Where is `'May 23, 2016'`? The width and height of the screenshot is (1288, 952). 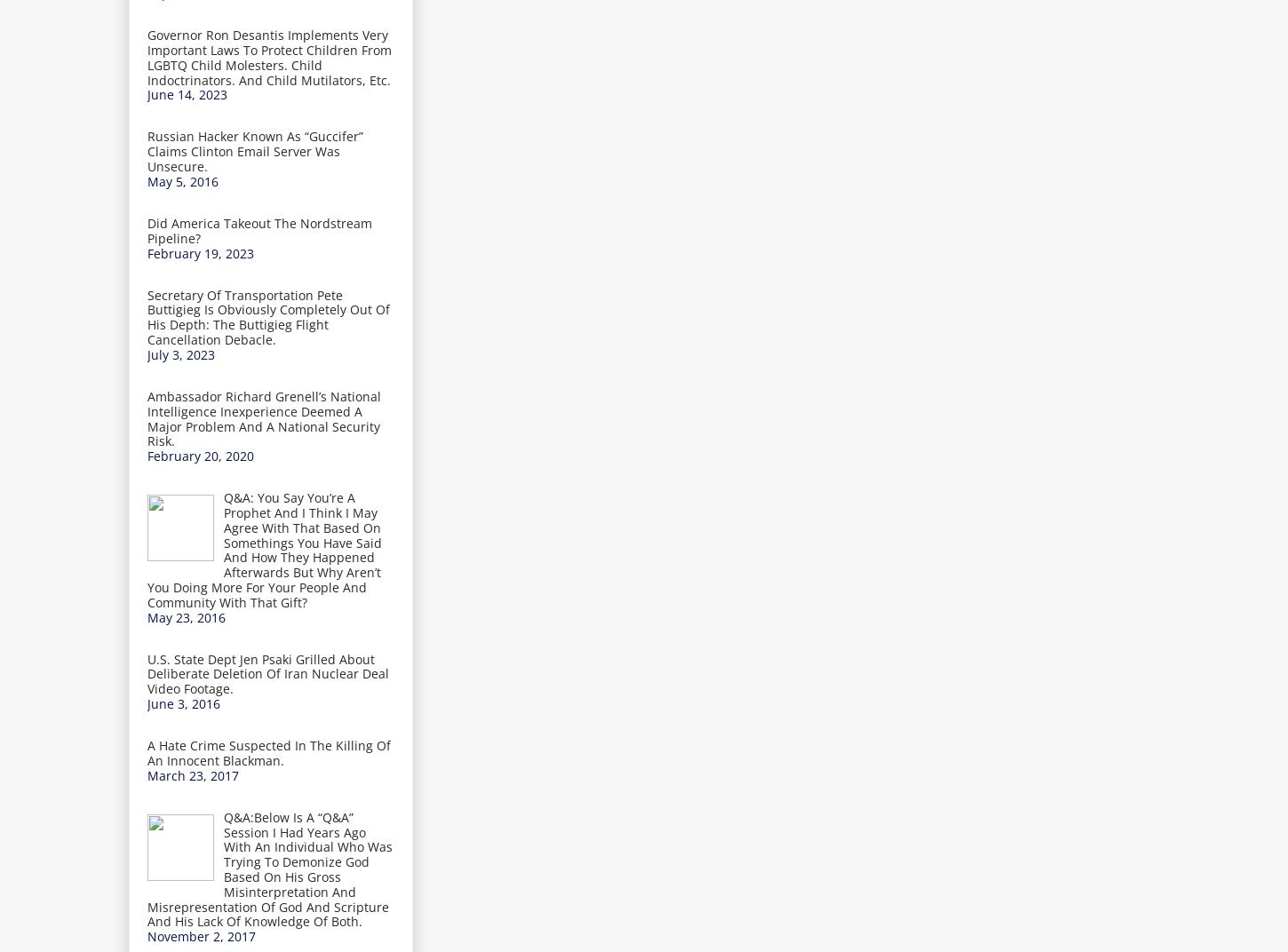 'May 23, 2016' is located at coordinates (185, 615).